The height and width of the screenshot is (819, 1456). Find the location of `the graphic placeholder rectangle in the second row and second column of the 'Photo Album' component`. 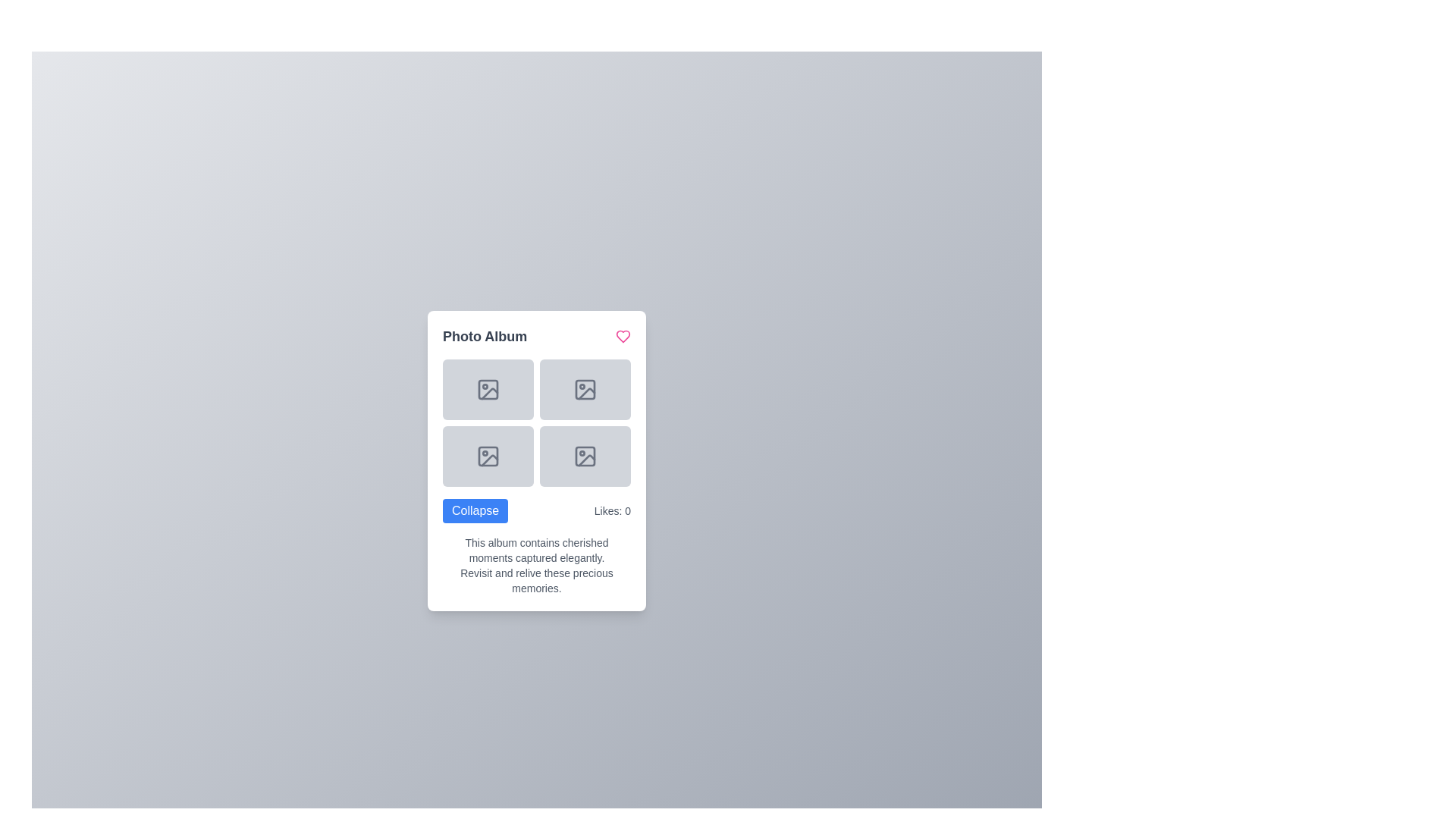

the graphic placeholder rectangle in the second row and second column of the 'Photo Album' component is located at coordinates (585, 455).